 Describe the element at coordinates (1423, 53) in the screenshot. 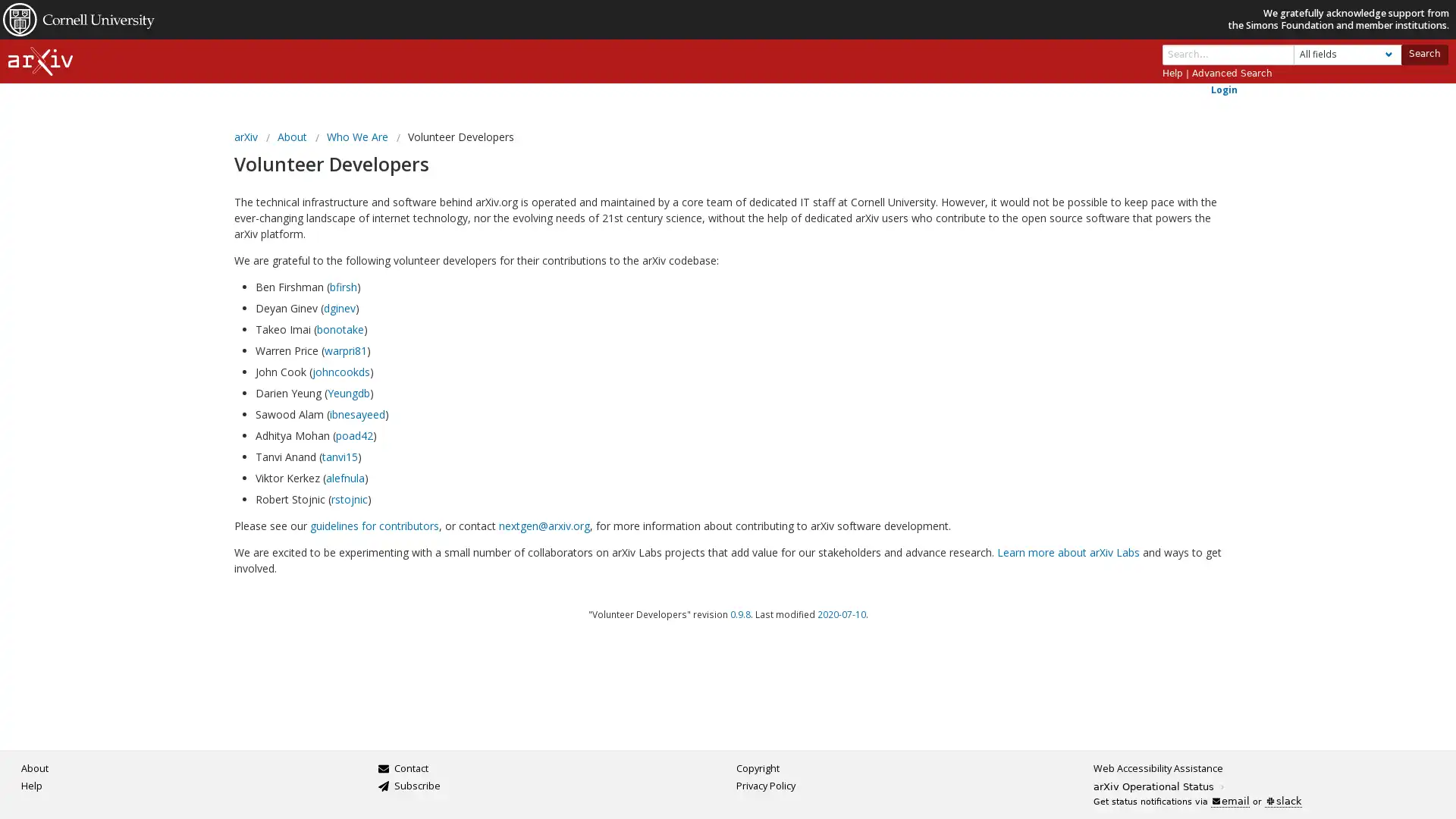

I see `Search` at that location.